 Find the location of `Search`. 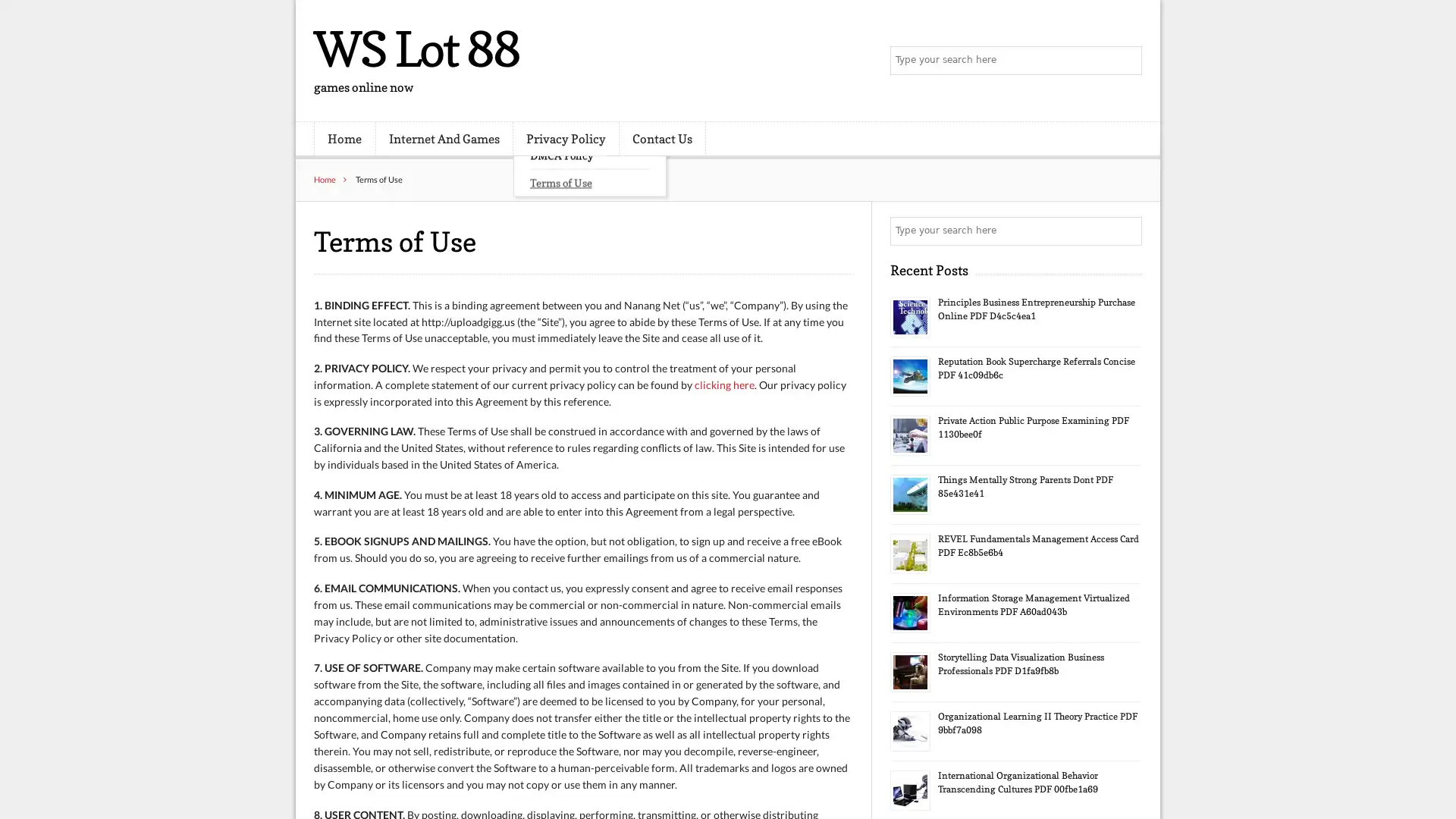

Search is located at coordinates (1126, 61).